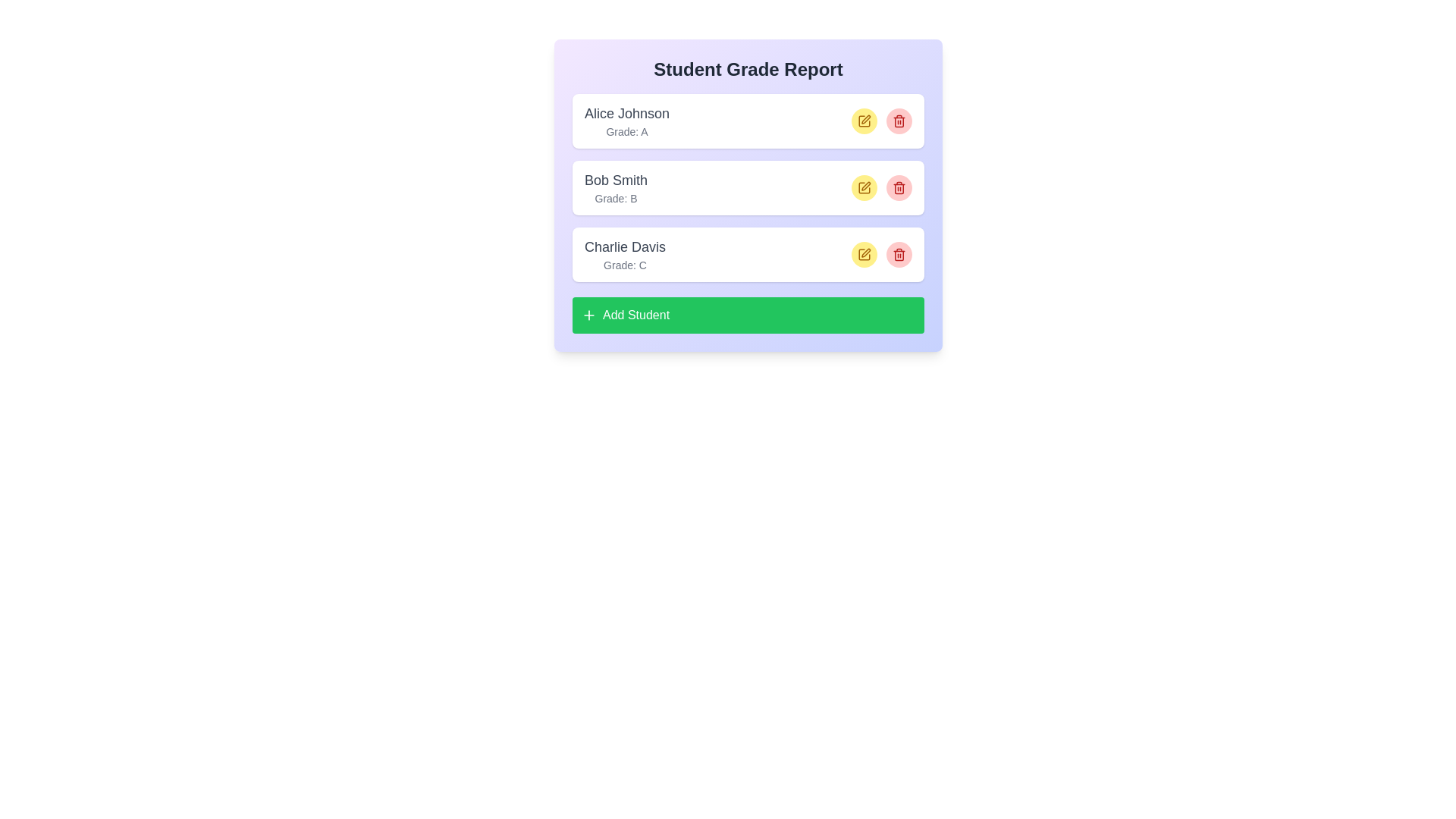 The image size is (1456, 819). What do you see at coordinates (864, 120) in the screenshot?
I see `edit button for the student identified by Alice Johnson` at bounding box center [864, 120].